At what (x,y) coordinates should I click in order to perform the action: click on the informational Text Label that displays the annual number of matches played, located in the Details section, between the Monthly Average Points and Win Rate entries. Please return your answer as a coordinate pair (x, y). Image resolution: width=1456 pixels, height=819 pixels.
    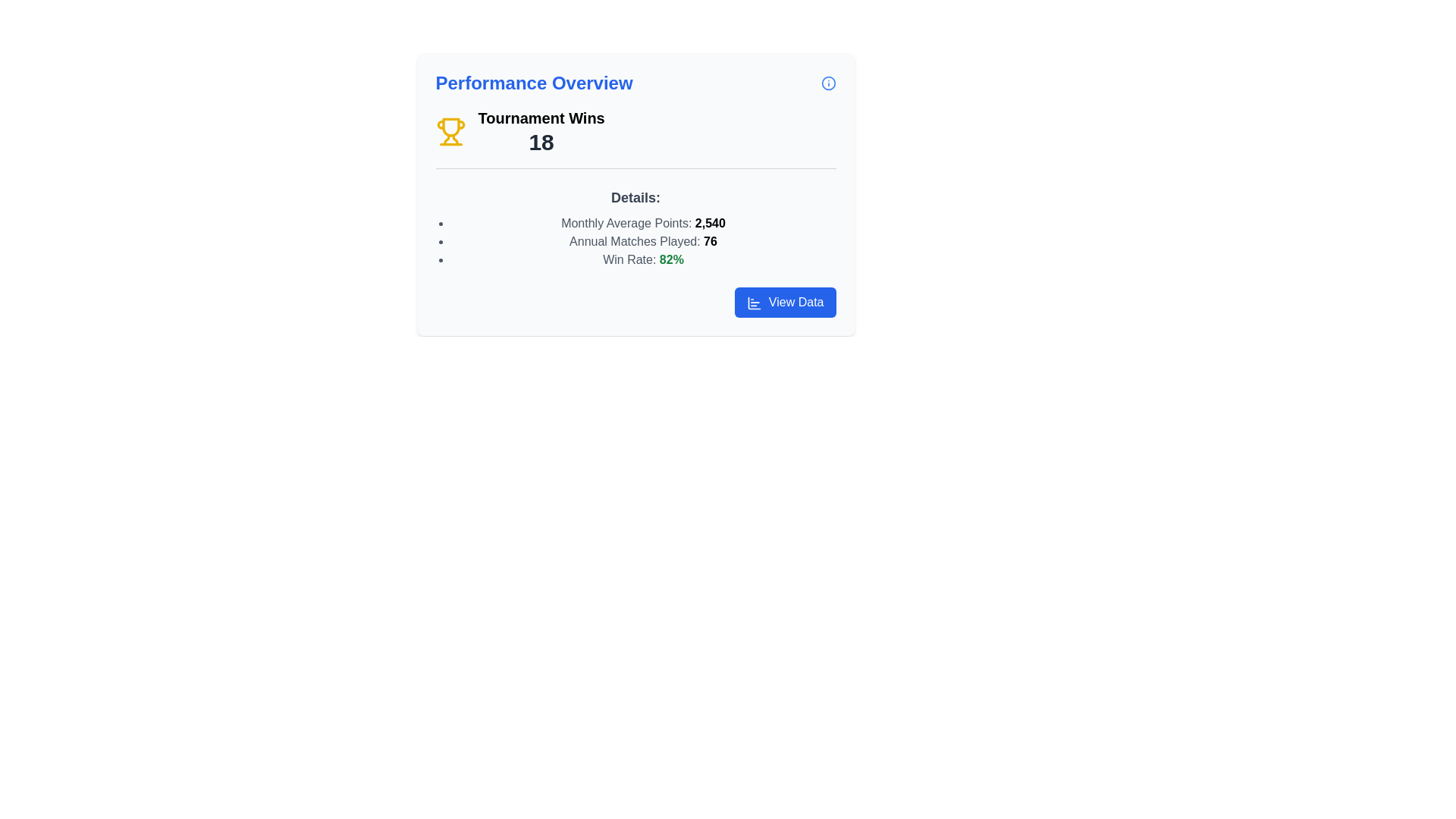
    Looking at the image, I should click on (643, 241).